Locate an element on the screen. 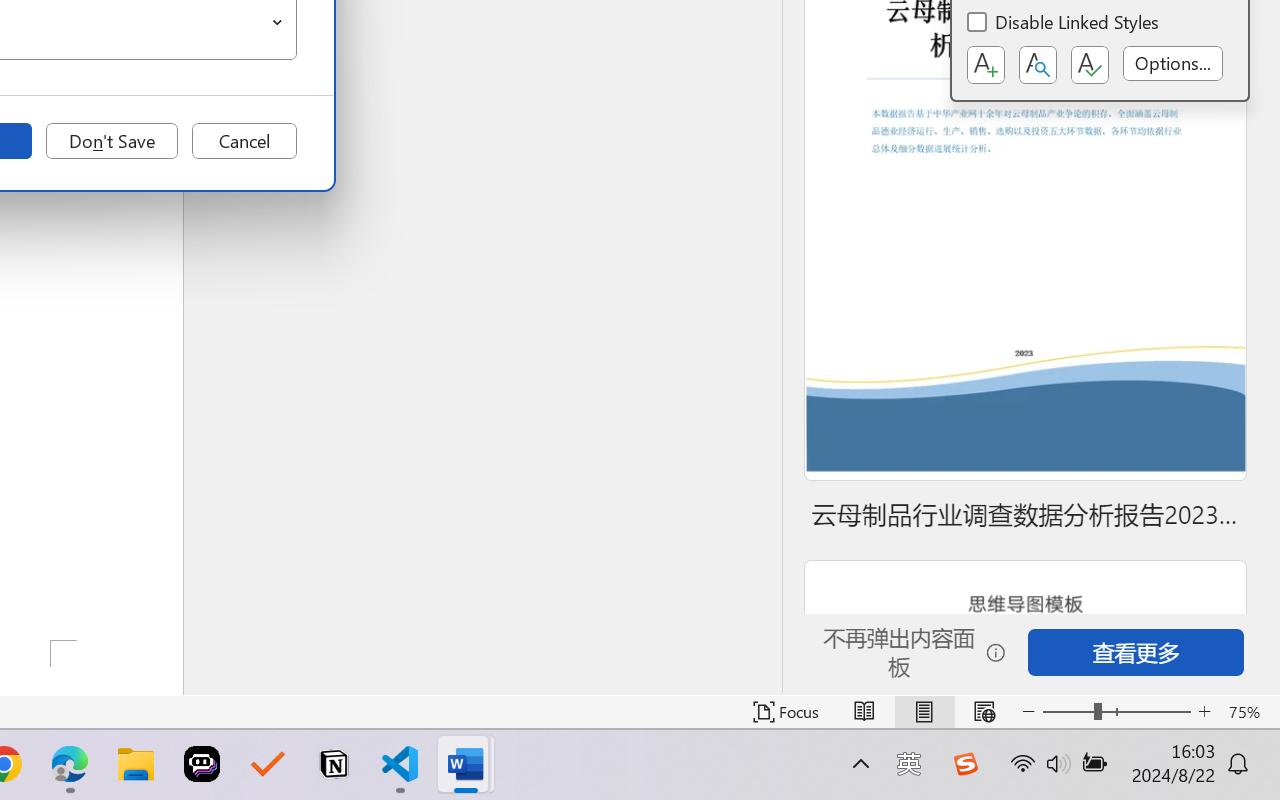  'Zoom Out' is located at coordinates (1067, 711).